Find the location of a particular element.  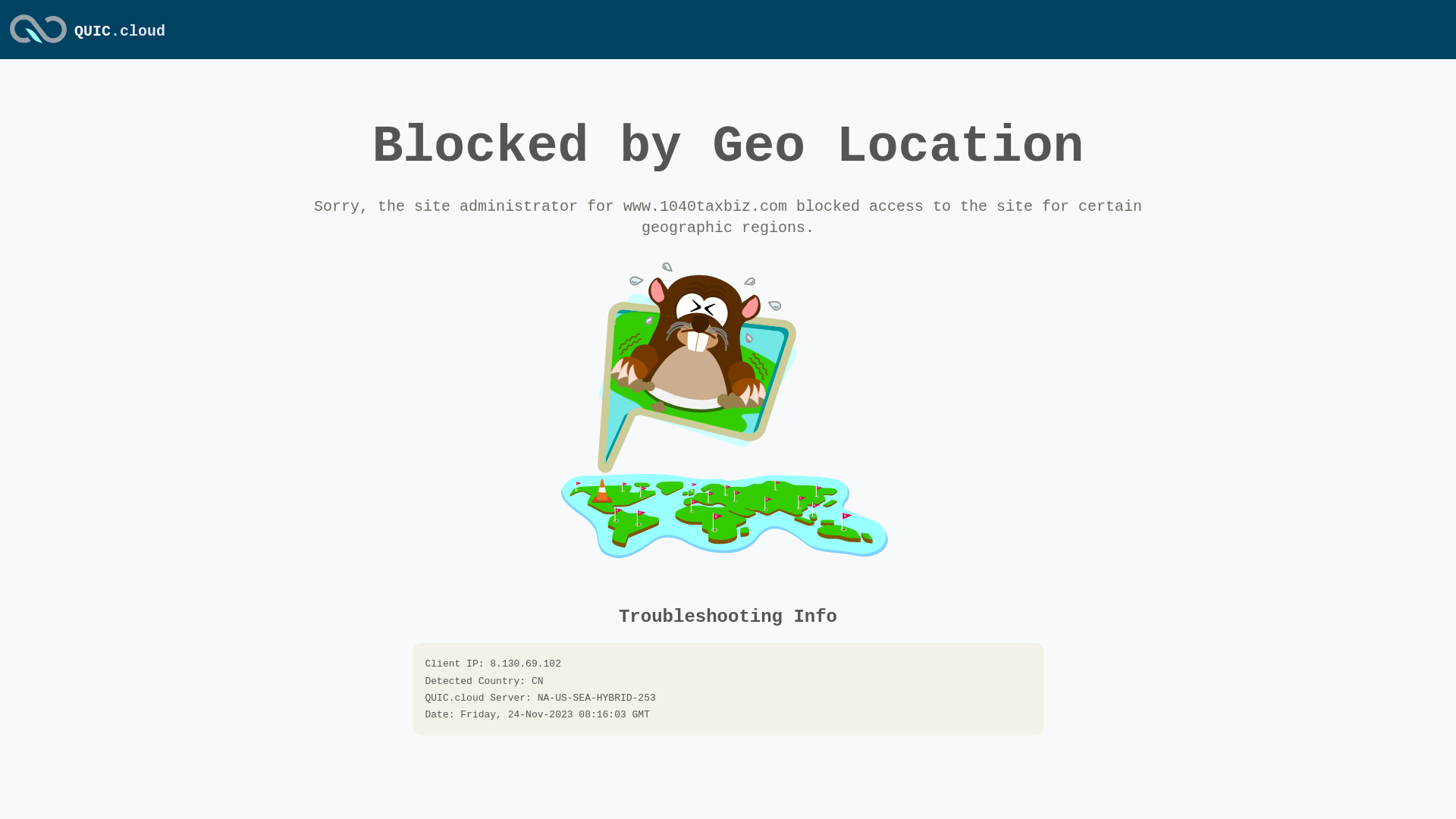

'QUIC.cloud' is located at coordinates (119, 31).